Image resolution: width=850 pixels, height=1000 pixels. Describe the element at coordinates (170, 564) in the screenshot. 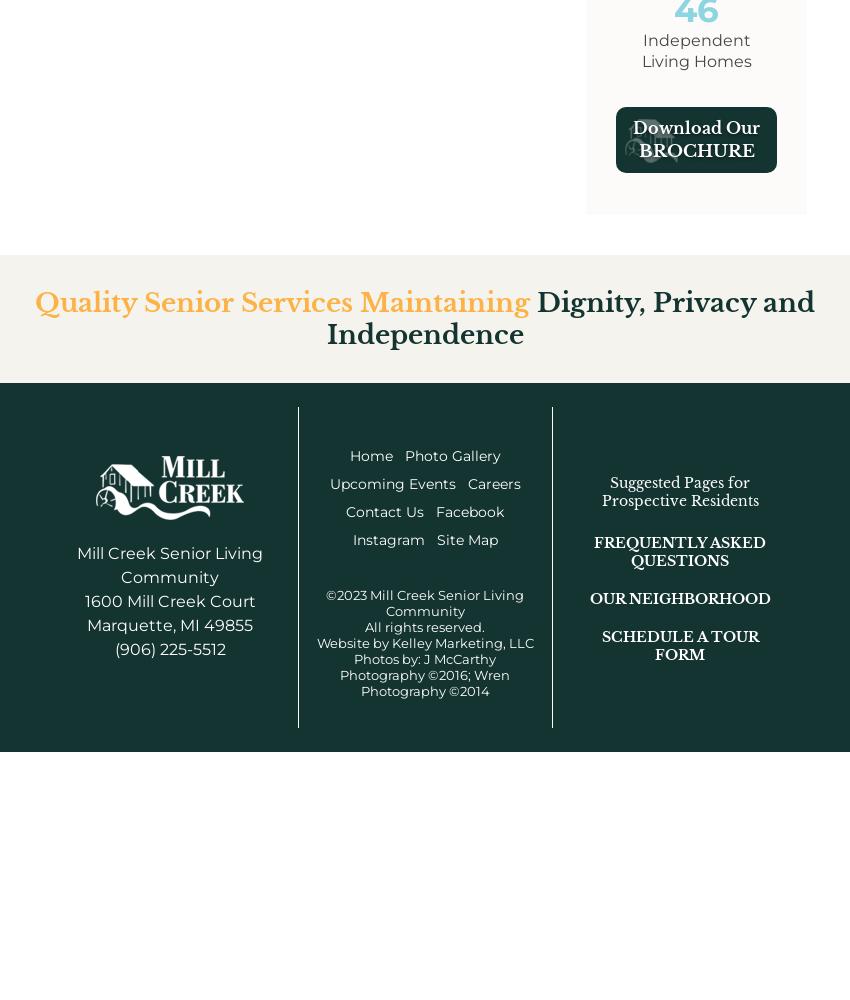

I see `'Mill Creek Senior Living Community'` at that location.